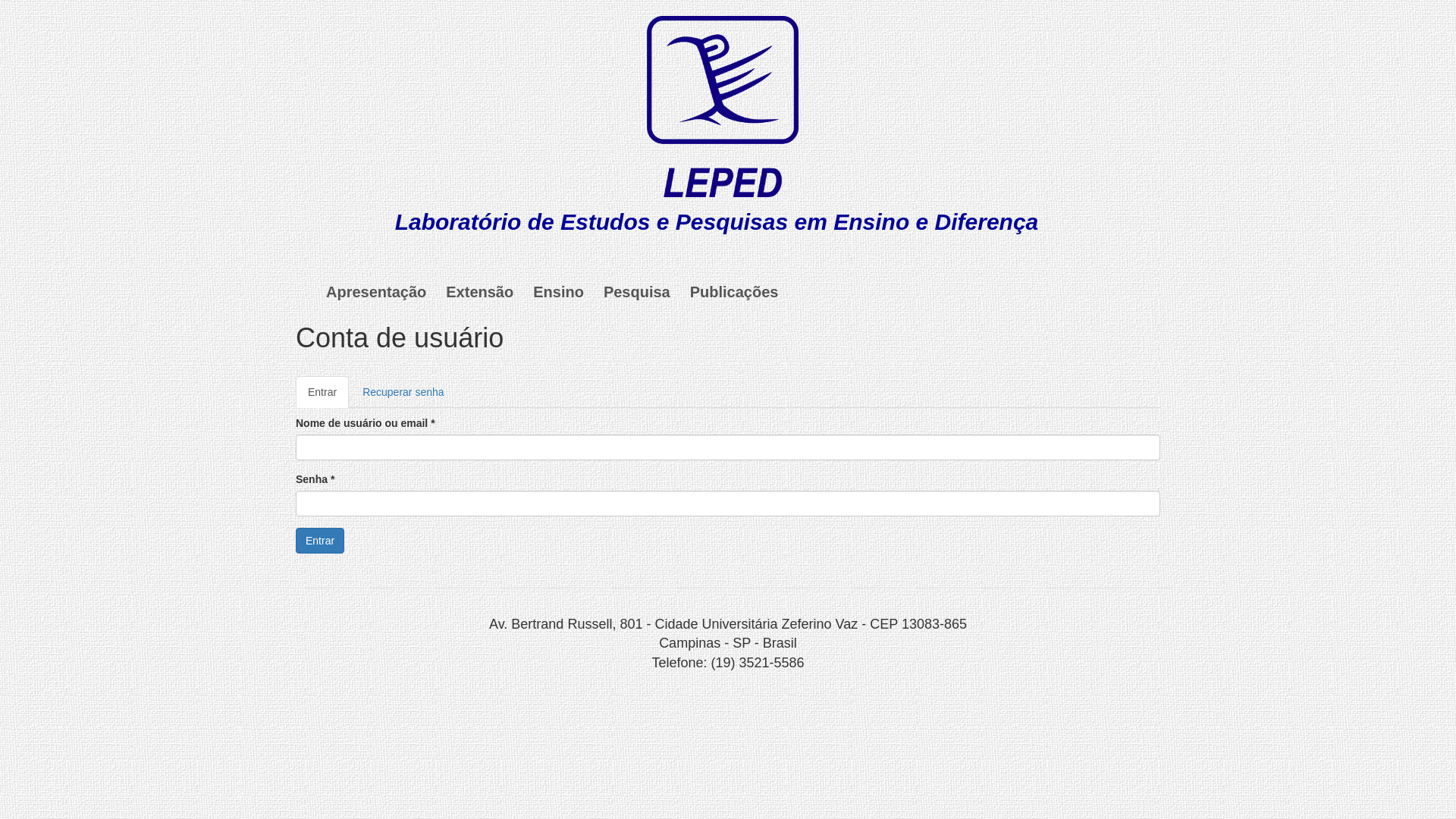 Image resolution: width=1456 pixels, height=819 pixels. I want to click on 'Entrar, so click(322, 391).